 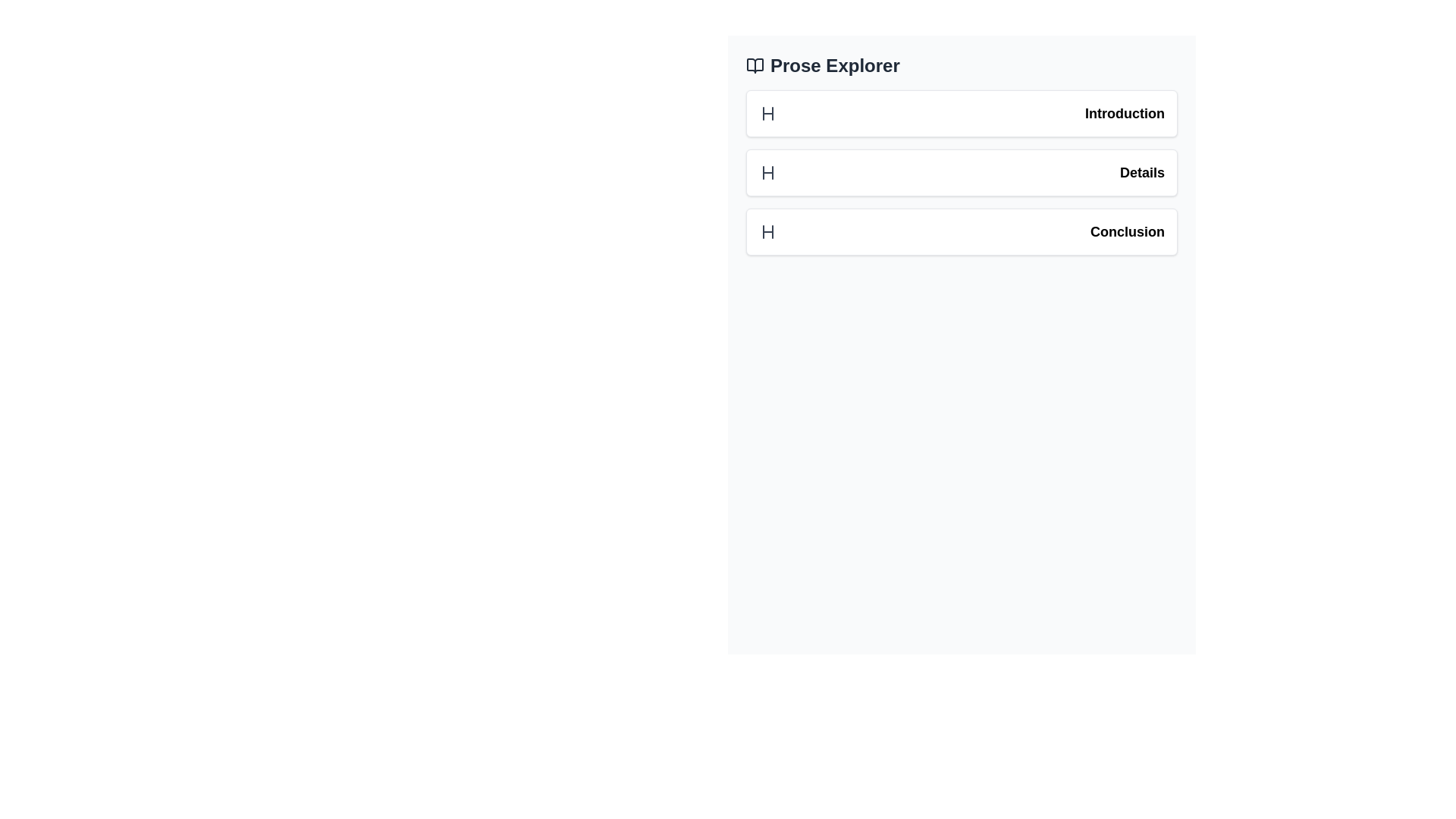 I want to click on text label located at the bottom of a vertically stacked list, aligned to the right, below the 'Introduction' and 'Details' labels, so click(x=1128, y=231).